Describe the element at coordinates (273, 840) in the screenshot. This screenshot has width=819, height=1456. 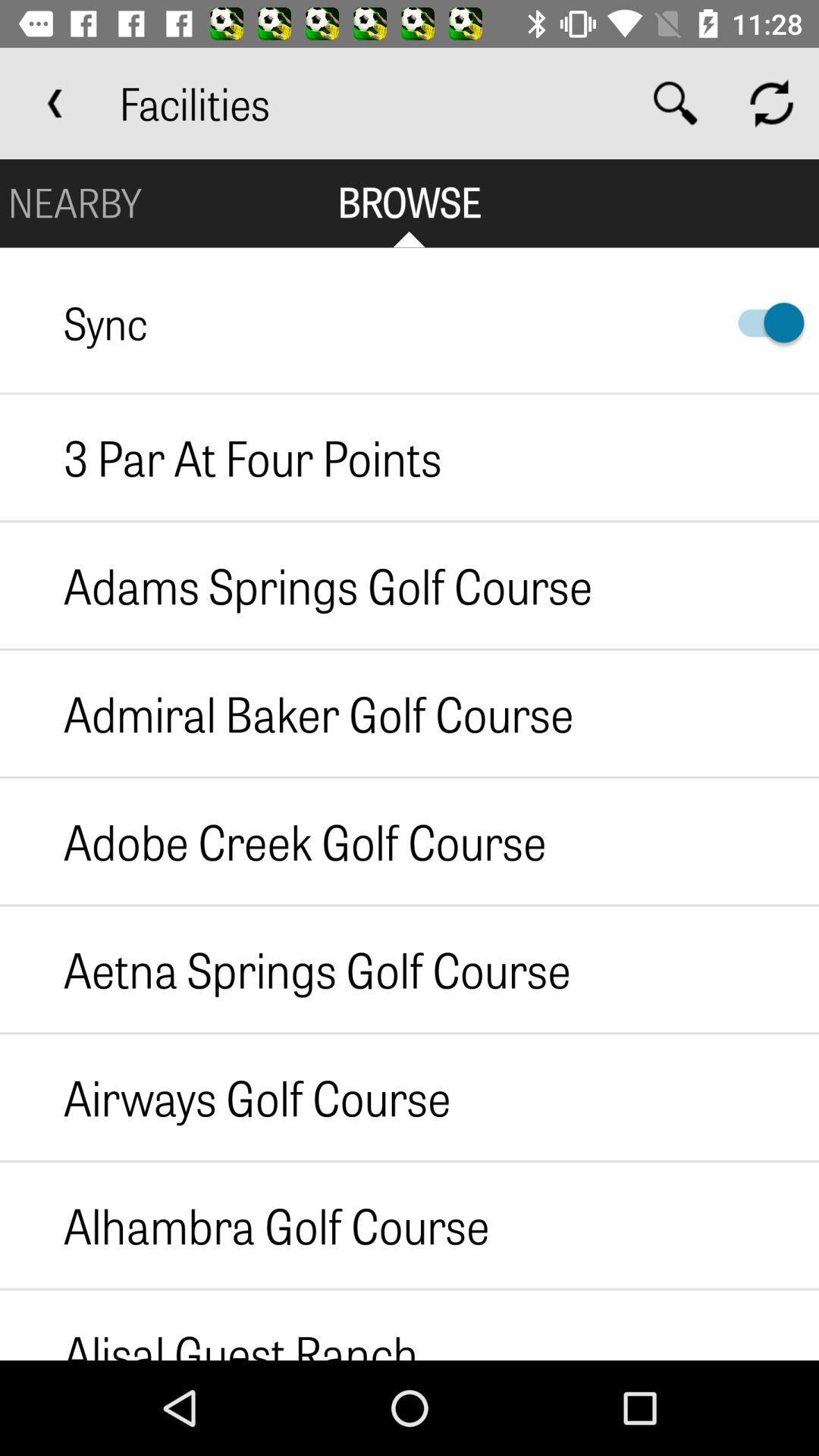
I see `the icon below admiral baker golf` at that location.